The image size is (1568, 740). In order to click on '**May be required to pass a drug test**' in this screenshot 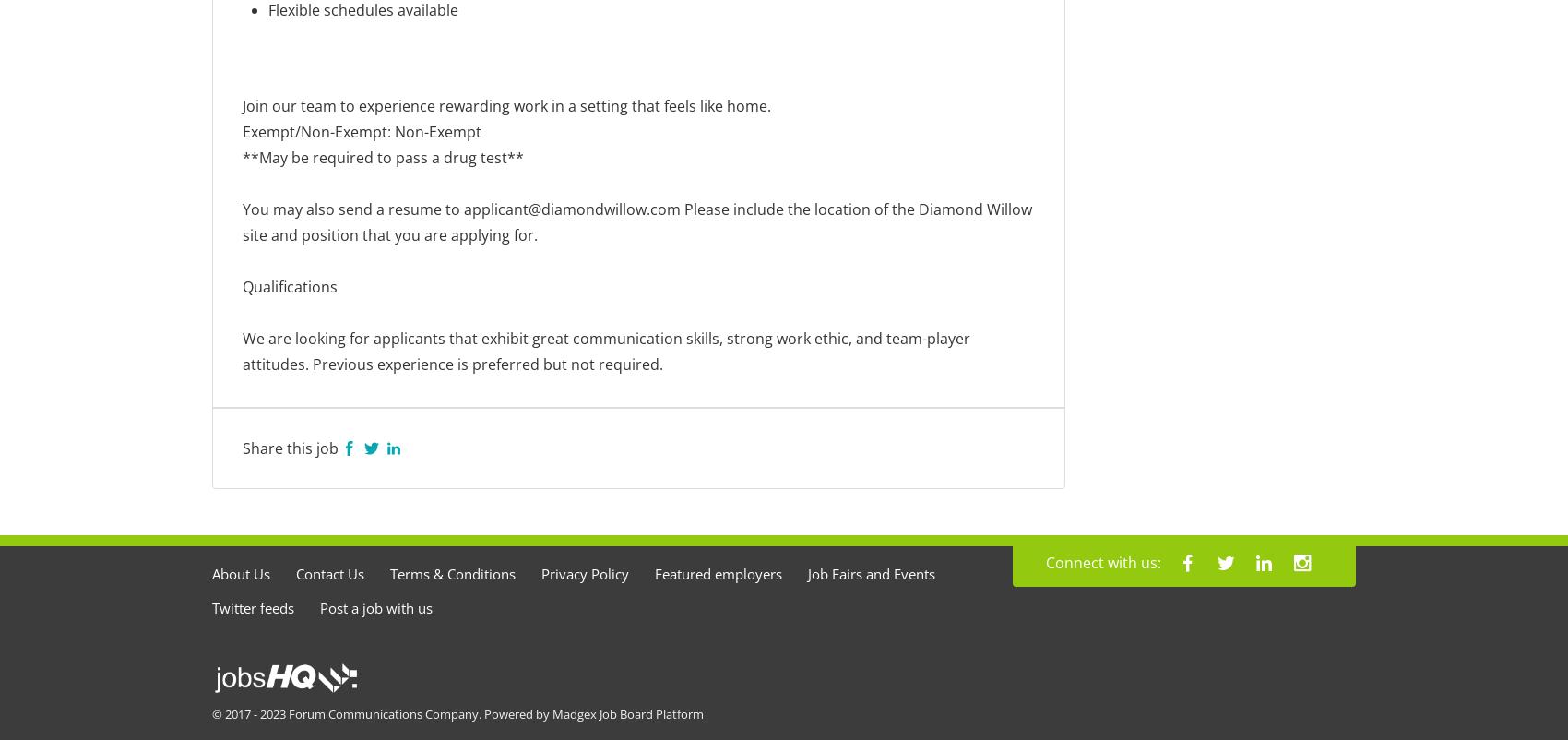, I will do `click(382, 157)`.